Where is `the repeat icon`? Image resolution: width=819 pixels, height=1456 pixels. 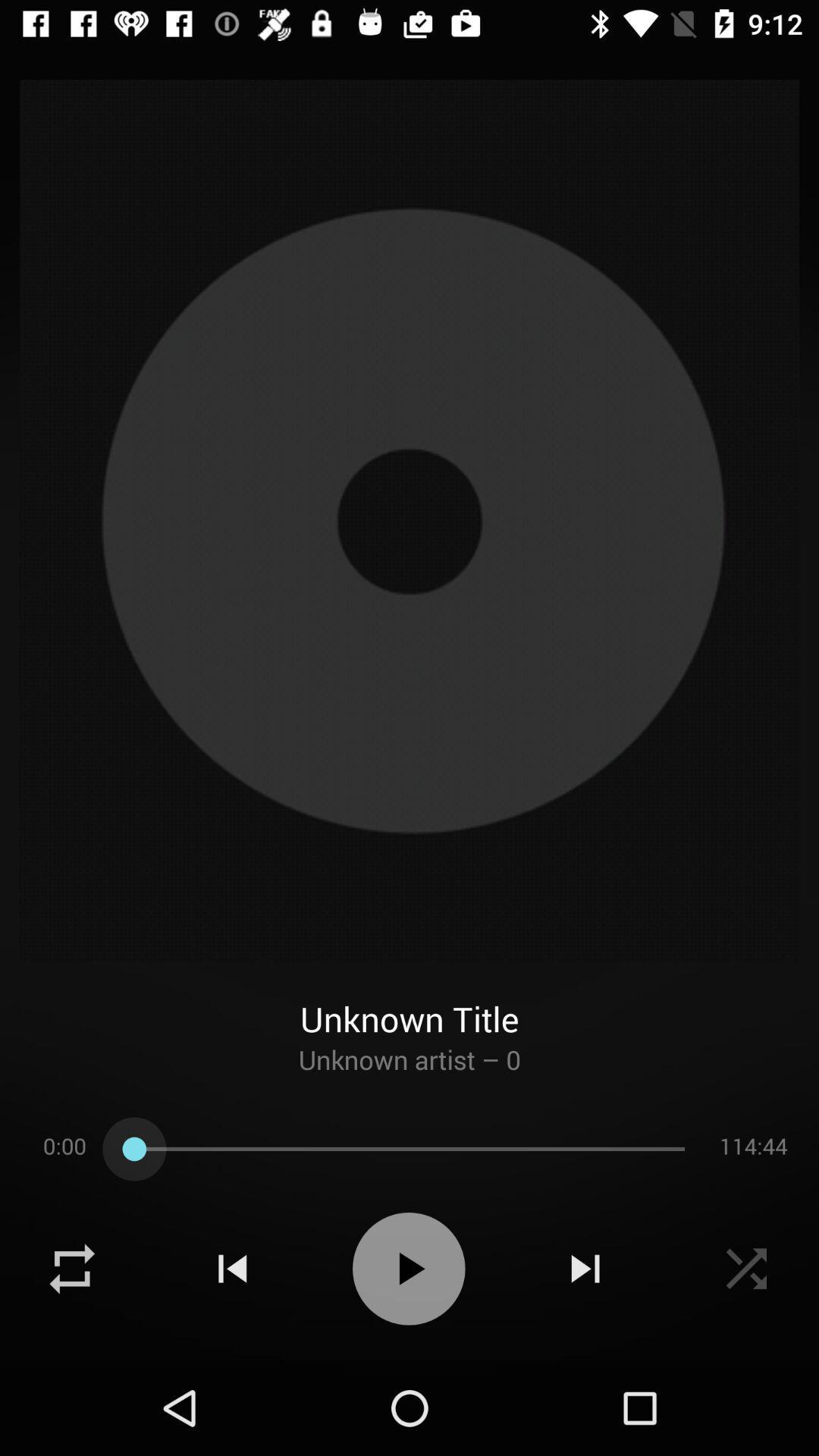 the repeat icon is located at coordinates (72, 1269).